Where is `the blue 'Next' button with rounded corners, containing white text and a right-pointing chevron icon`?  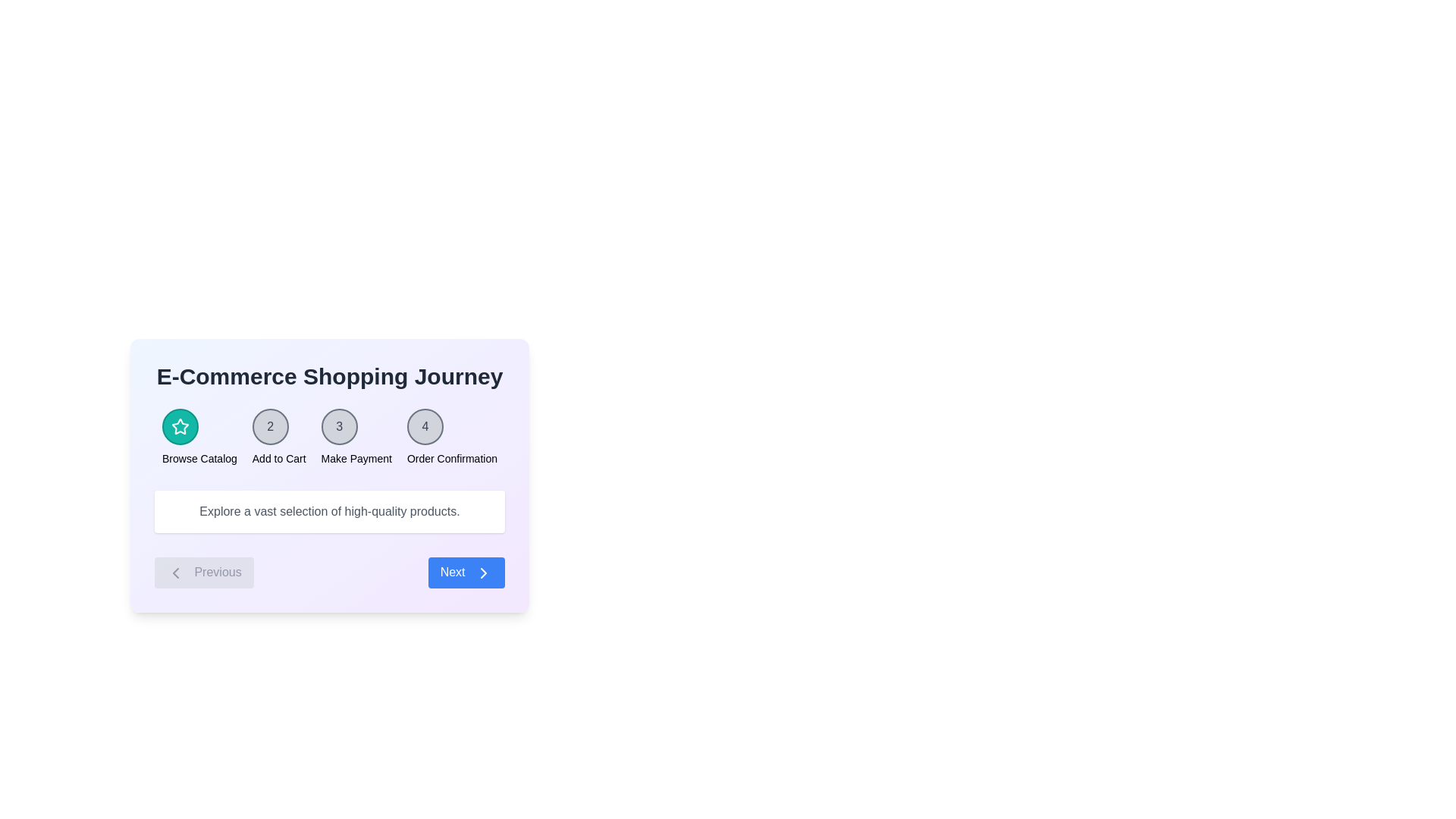
the blue 'Next' button with rounded corners, containing white text and a right-pointing chevron icon is located at coordinates (466, 573).